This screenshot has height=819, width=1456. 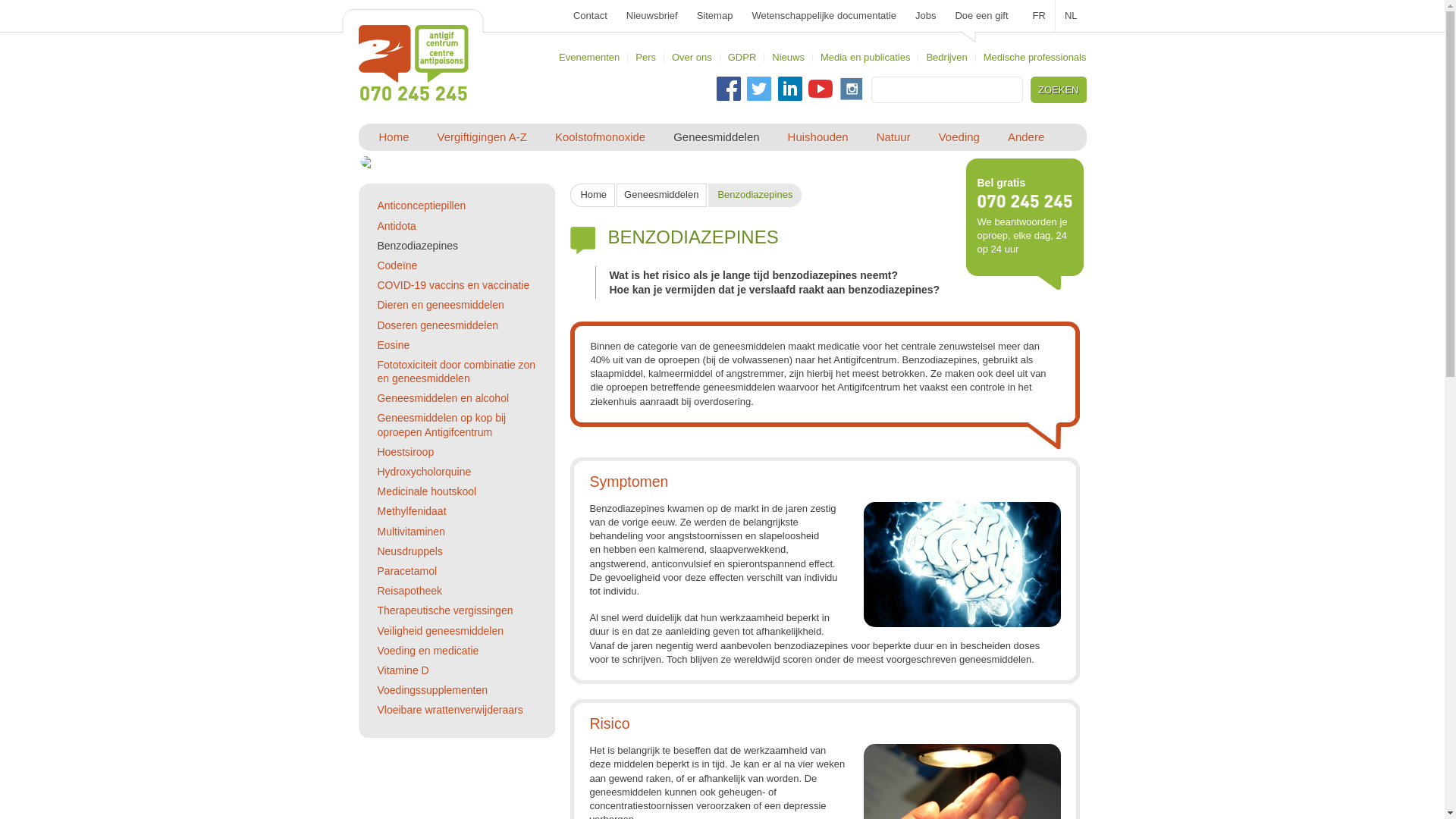 I want to click on 'Eosine', so click(x=393, y=345).